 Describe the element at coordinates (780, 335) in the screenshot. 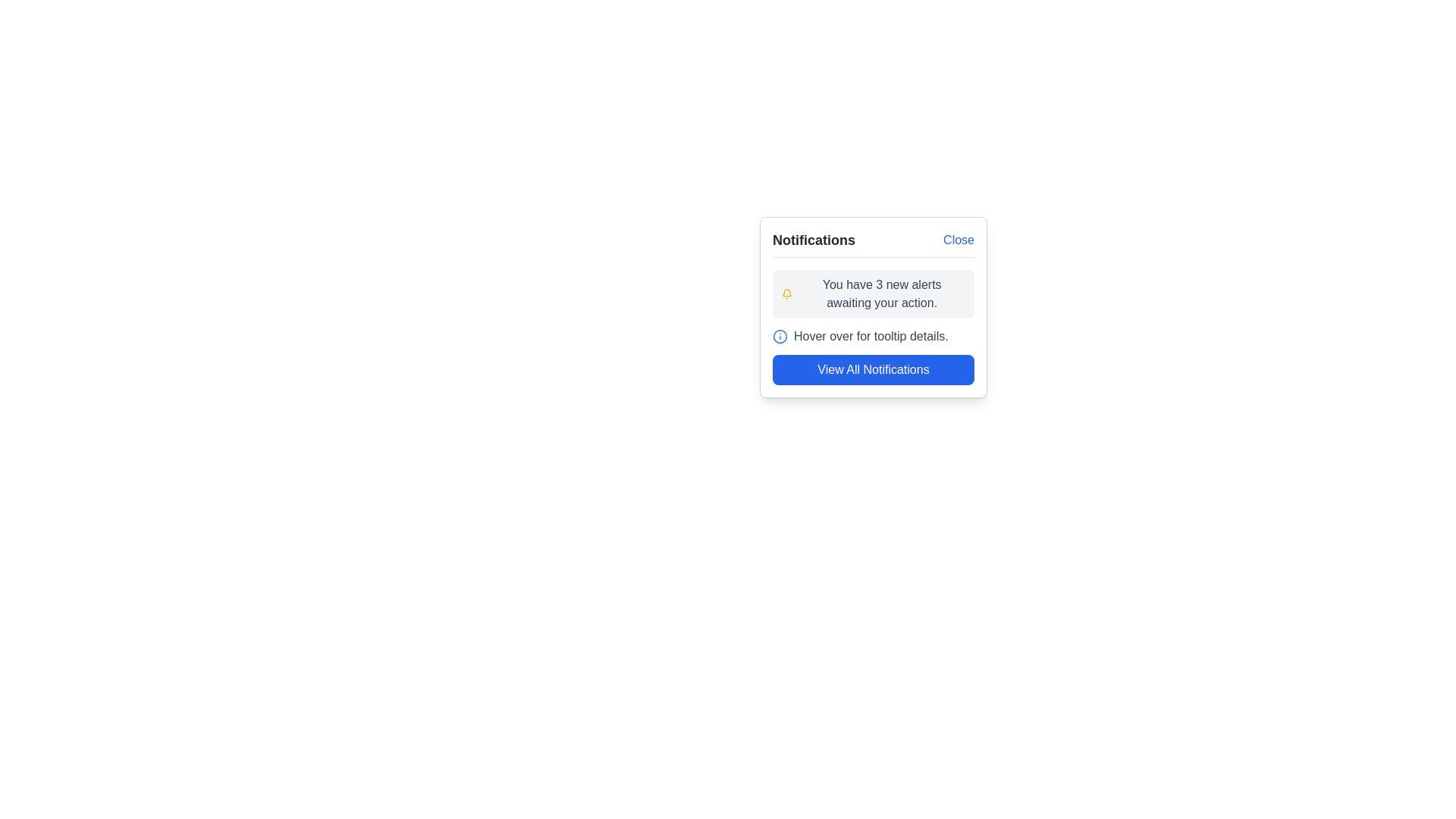

I see `the icon in the second item of the notification list, located next to the descriptive text 'Hover over for tooltip details.'` at that location.